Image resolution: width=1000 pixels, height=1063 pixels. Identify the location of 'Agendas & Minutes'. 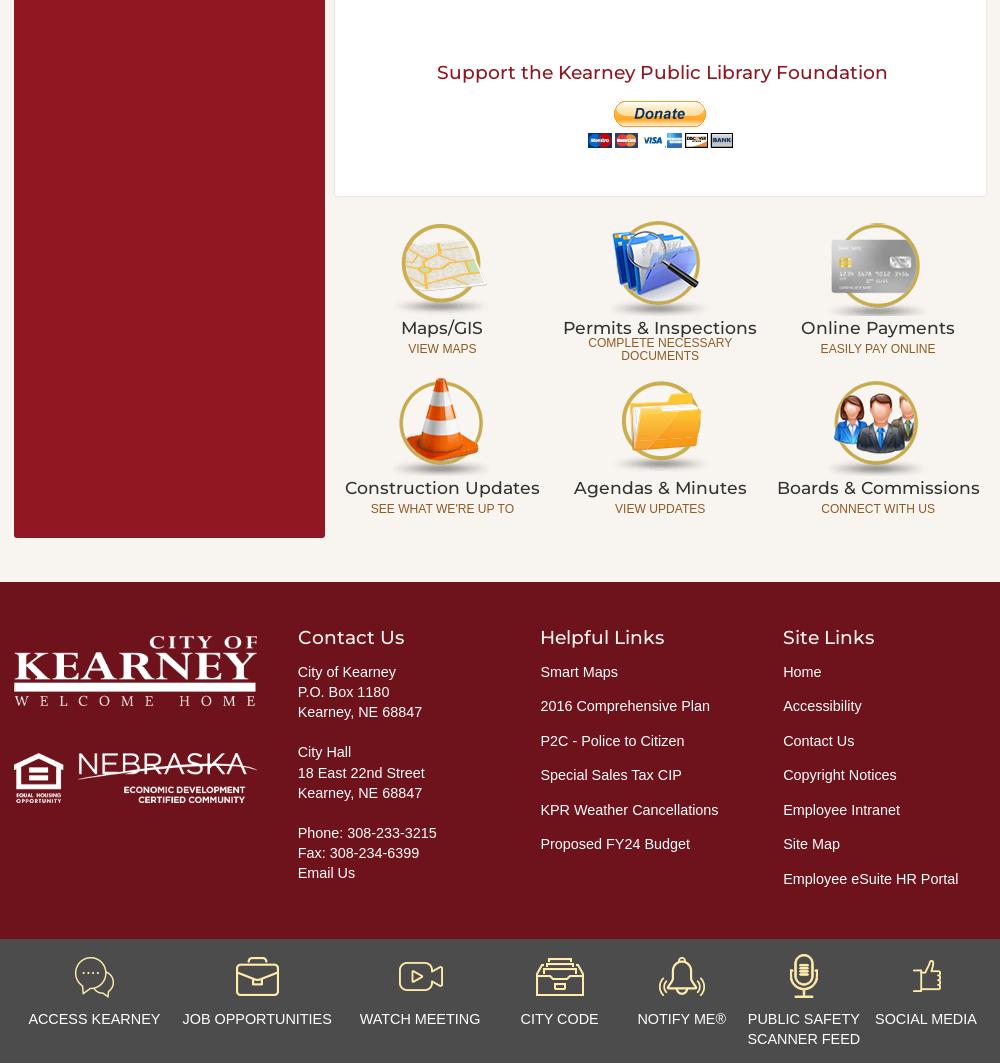
(659, 486).